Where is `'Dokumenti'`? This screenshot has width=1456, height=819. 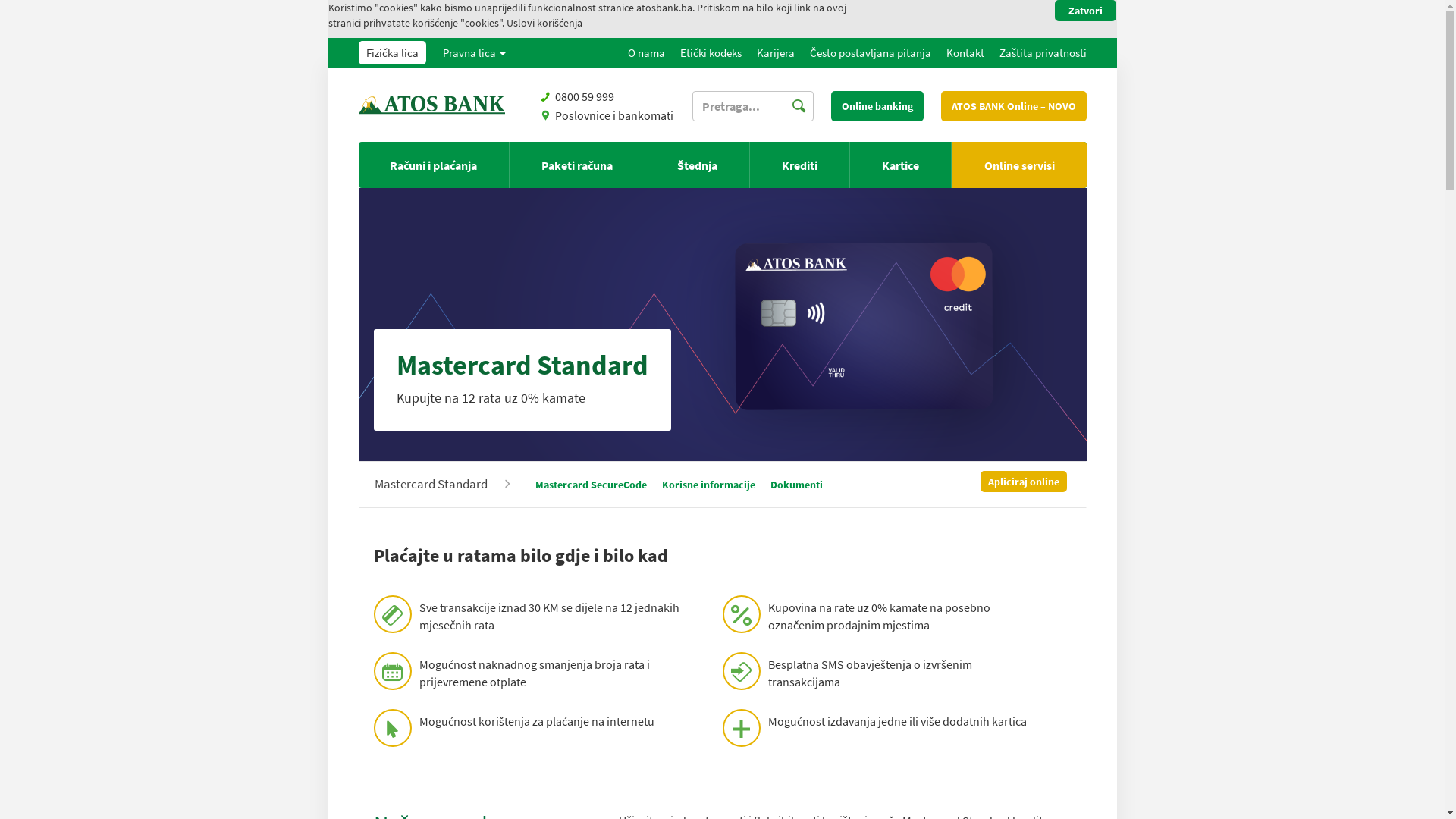 'Dokumenti' is located at coordinates (795, 485).